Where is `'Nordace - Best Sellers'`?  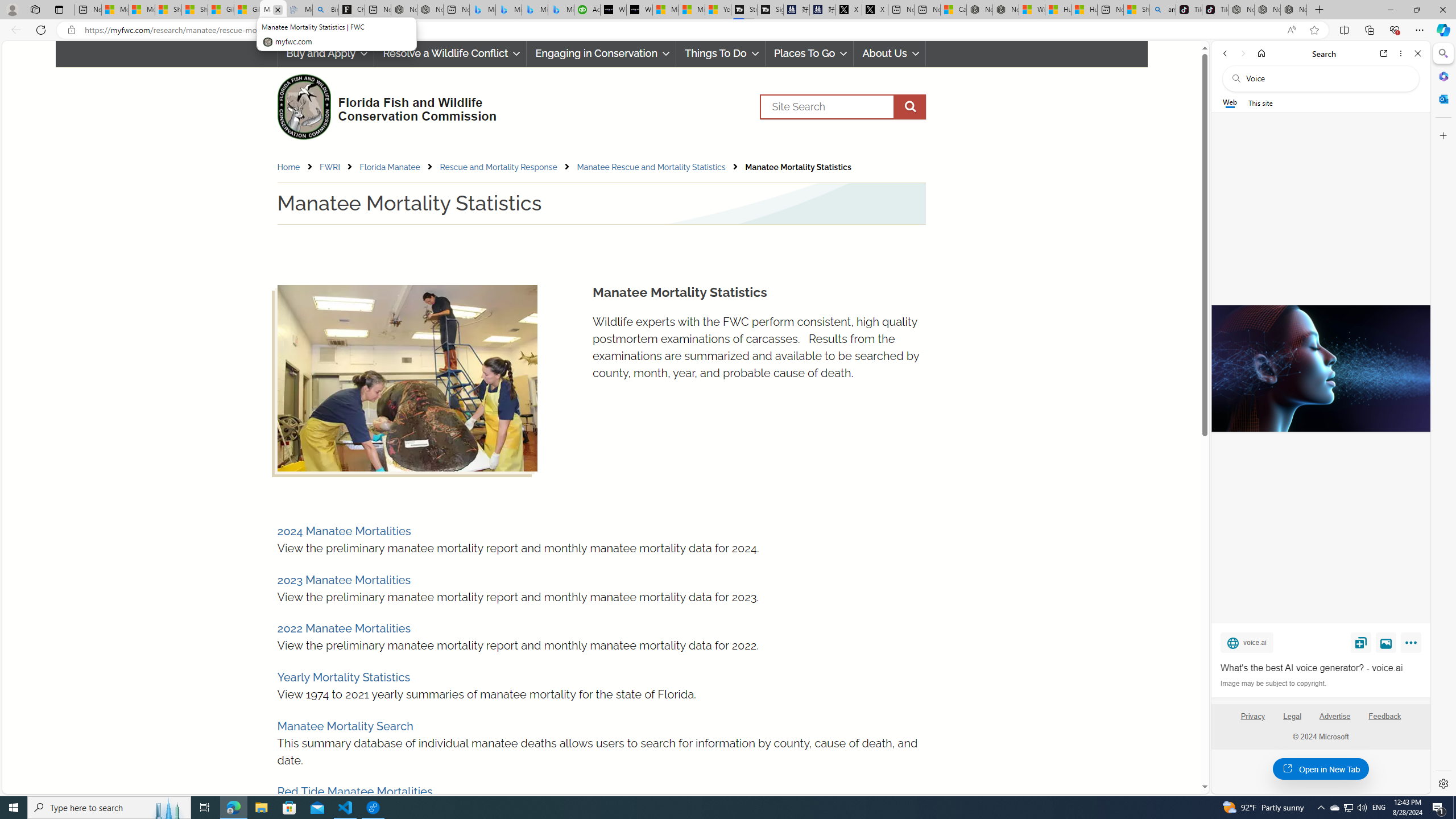 'Nordace - Best Sellers' is located at coordinates (1240, 9).